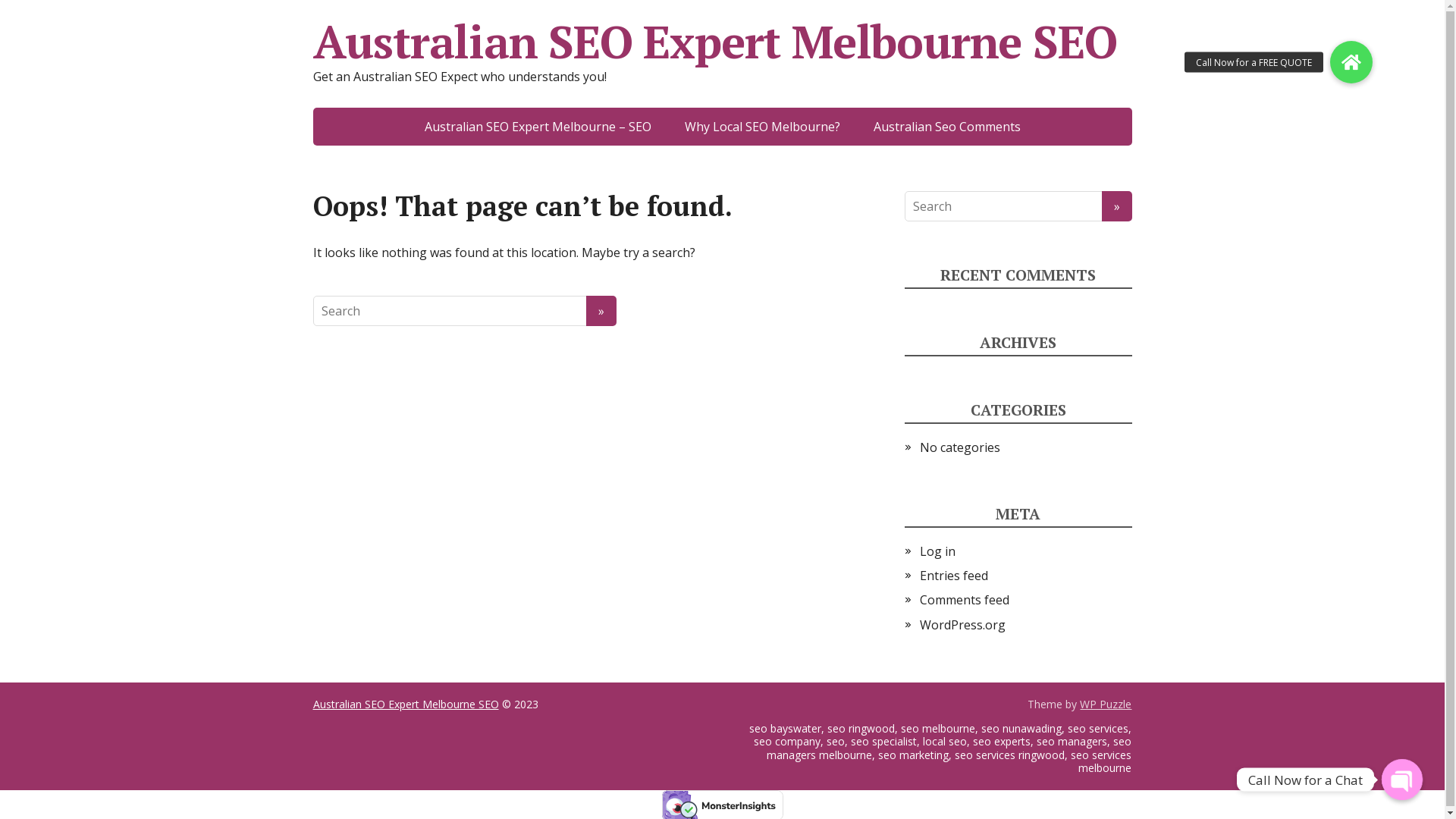  What do you see at coordinates (761, 125) in the screenshot?
I see `'Why Local SEO Melbourne?'` at bounding box center [761, 125].